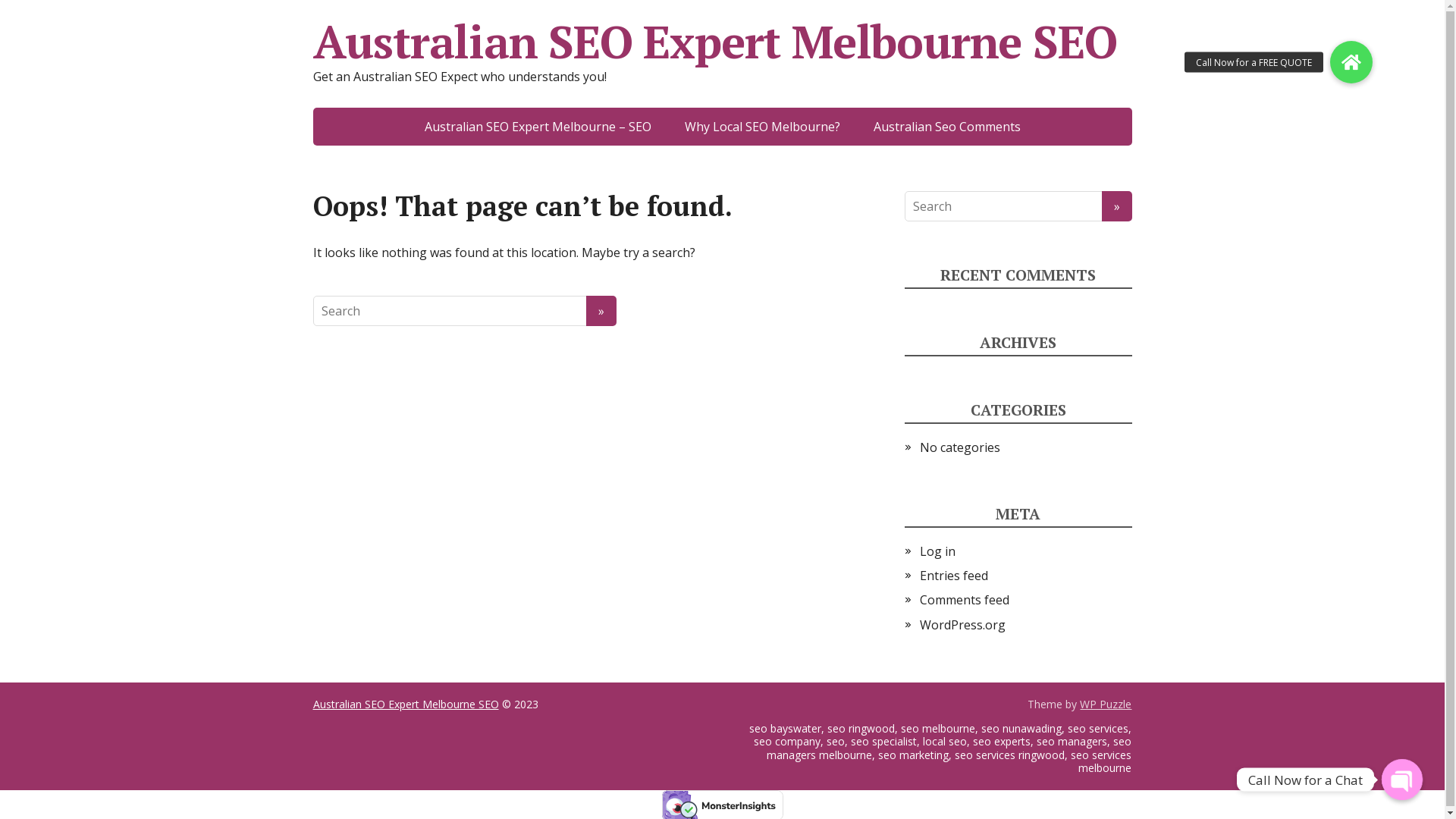  What do you see at coordinates (761, 125) in the screenshot?
I see `'Why Local SEO Melbourne?'` at bounding box center [761, 125].